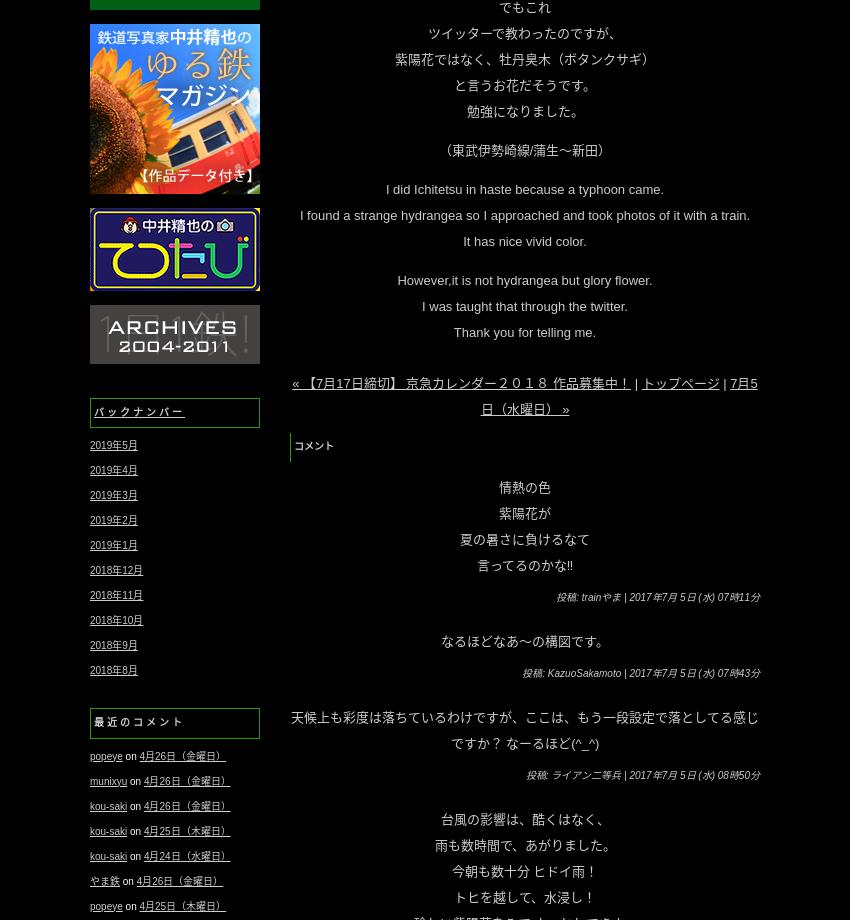 The width and height of the screenshot is (850, 920). Describe the element at coordinates (89, 545) in the screenshot. I see `'2019年1月'` at that location.